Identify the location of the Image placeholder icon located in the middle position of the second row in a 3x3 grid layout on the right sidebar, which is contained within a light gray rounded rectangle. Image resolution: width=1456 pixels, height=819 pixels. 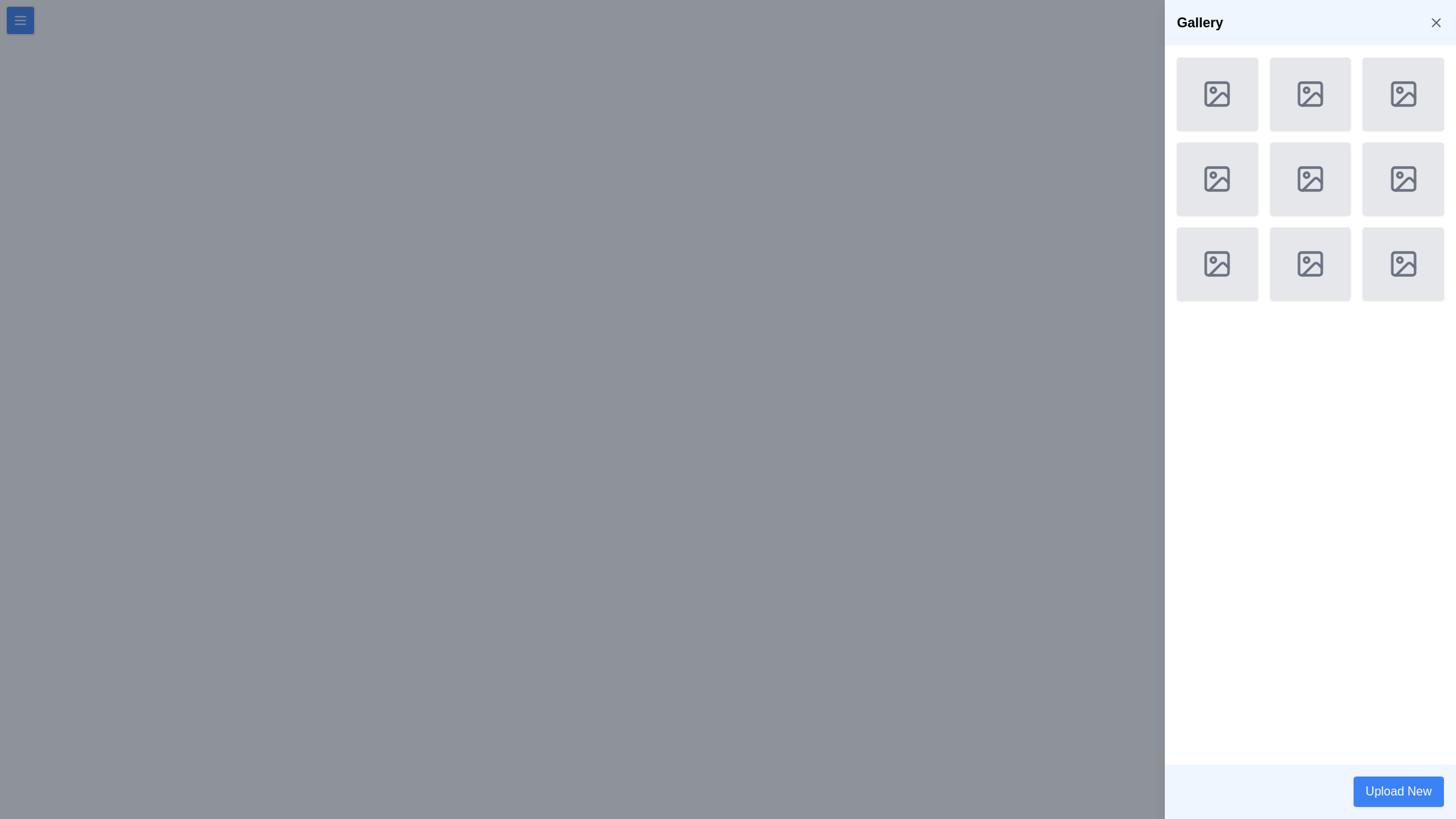
(1310, 177).